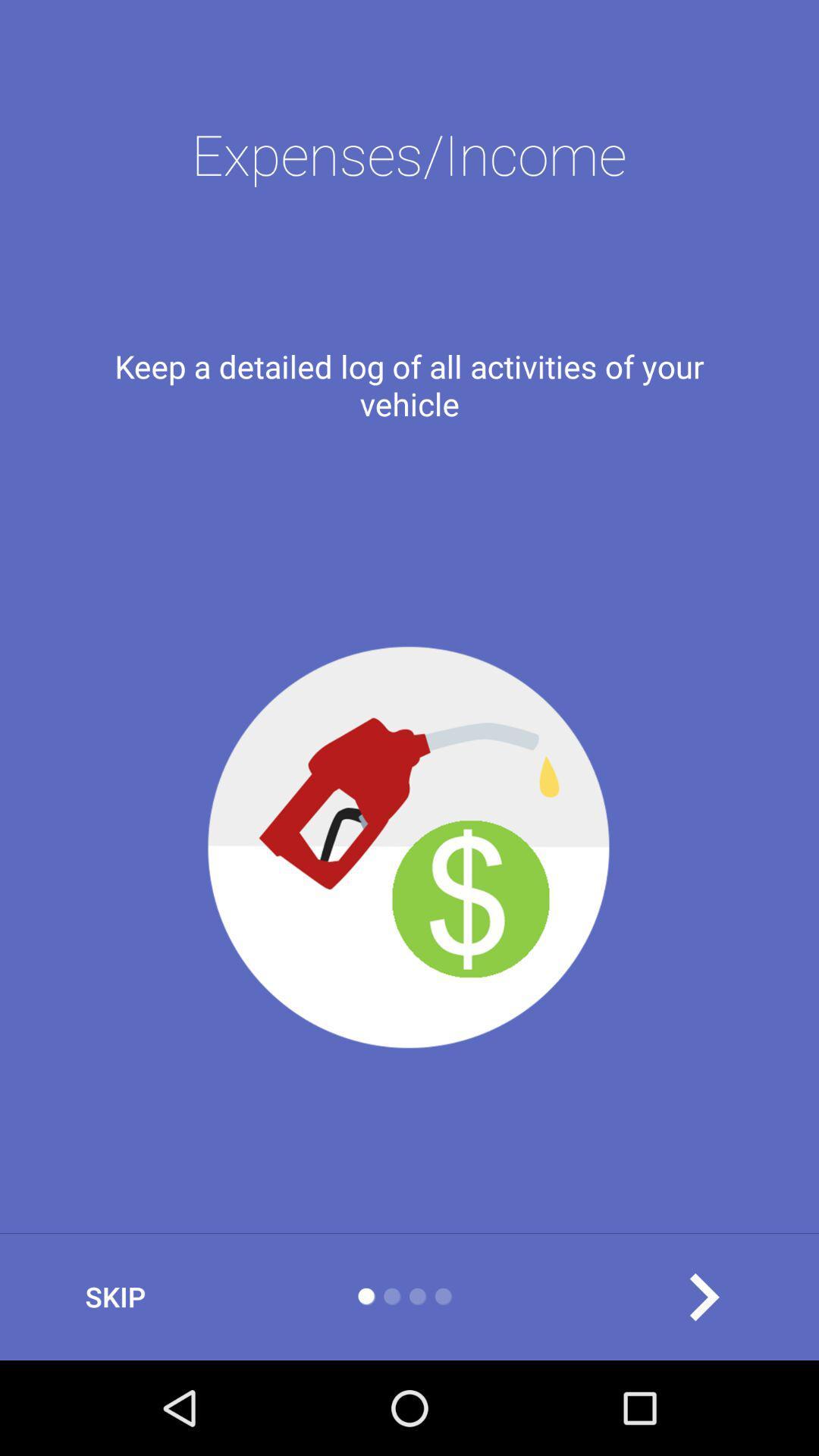 Image resolution: width=819 pixels, height=1456 pixels. I want to click on the arrow_forward icon, so click(703, 1296).